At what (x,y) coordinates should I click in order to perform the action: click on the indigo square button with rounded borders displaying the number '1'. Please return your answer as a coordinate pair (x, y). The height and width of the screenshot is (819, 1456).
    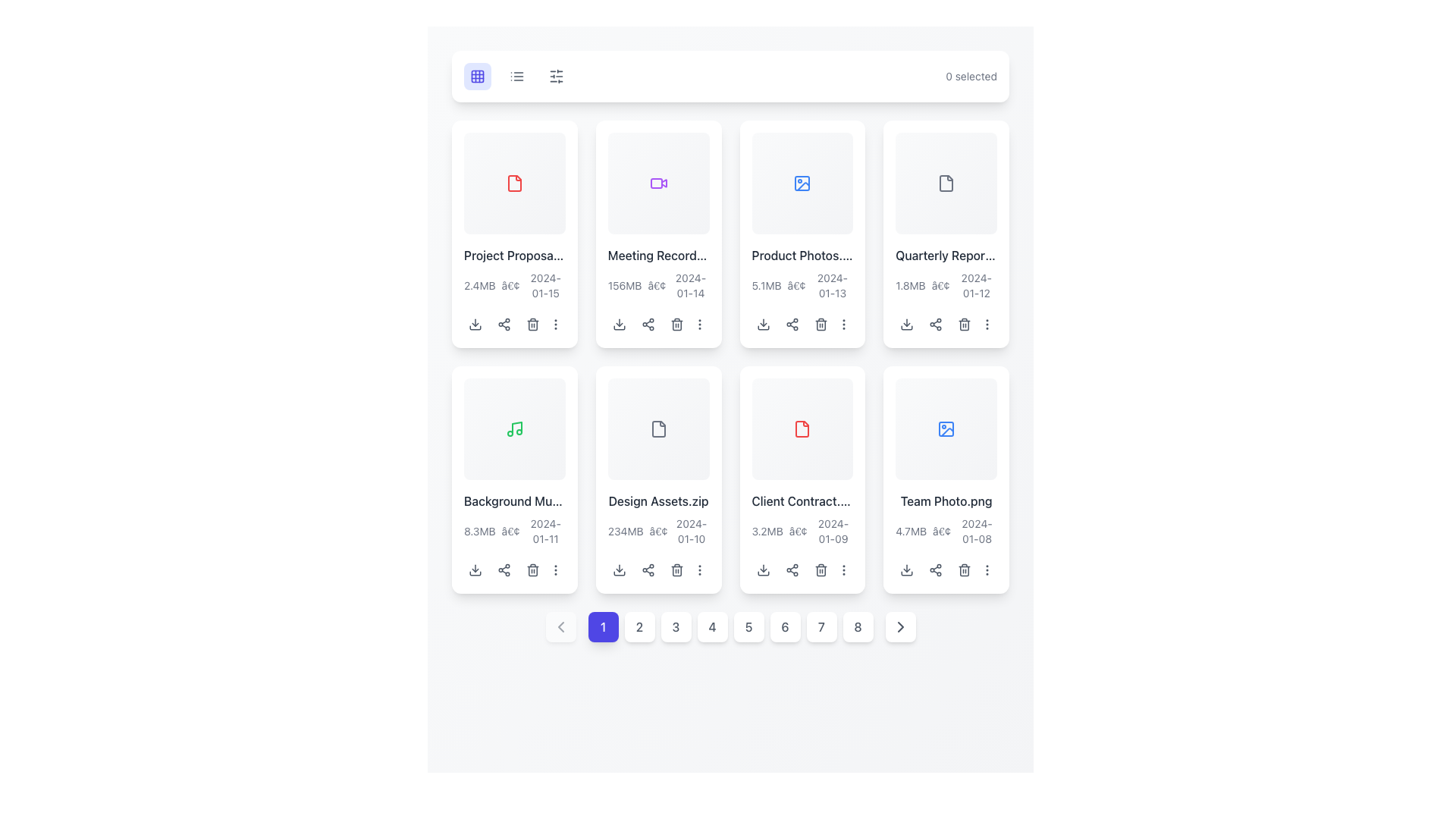
    Looking at the image, I should click on (602, 626).